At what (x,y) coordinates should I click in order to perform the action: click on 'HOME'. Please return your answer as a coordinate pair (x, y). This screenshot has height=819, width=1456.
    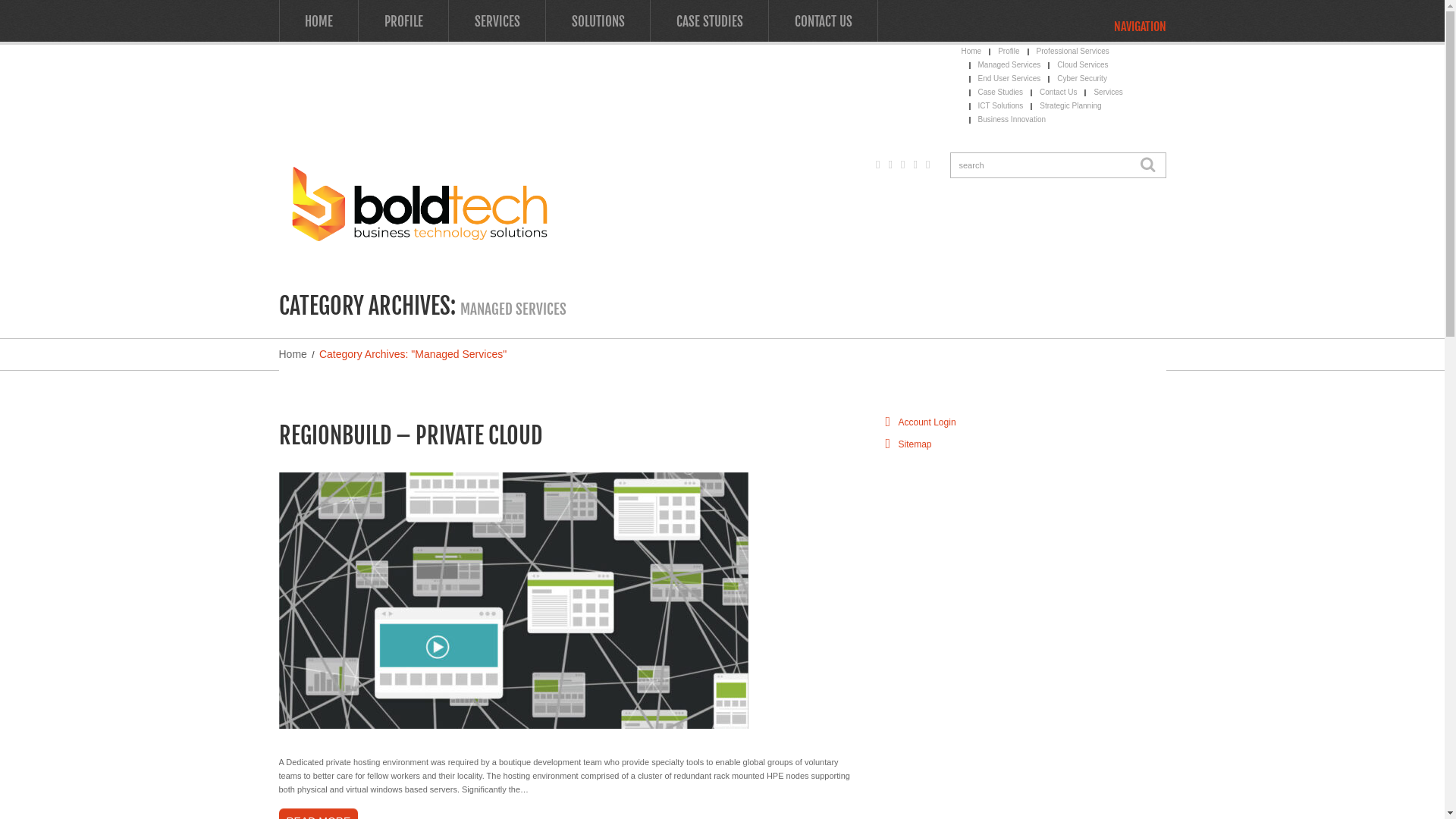
    Looking at the image, I should click on (318, 20).